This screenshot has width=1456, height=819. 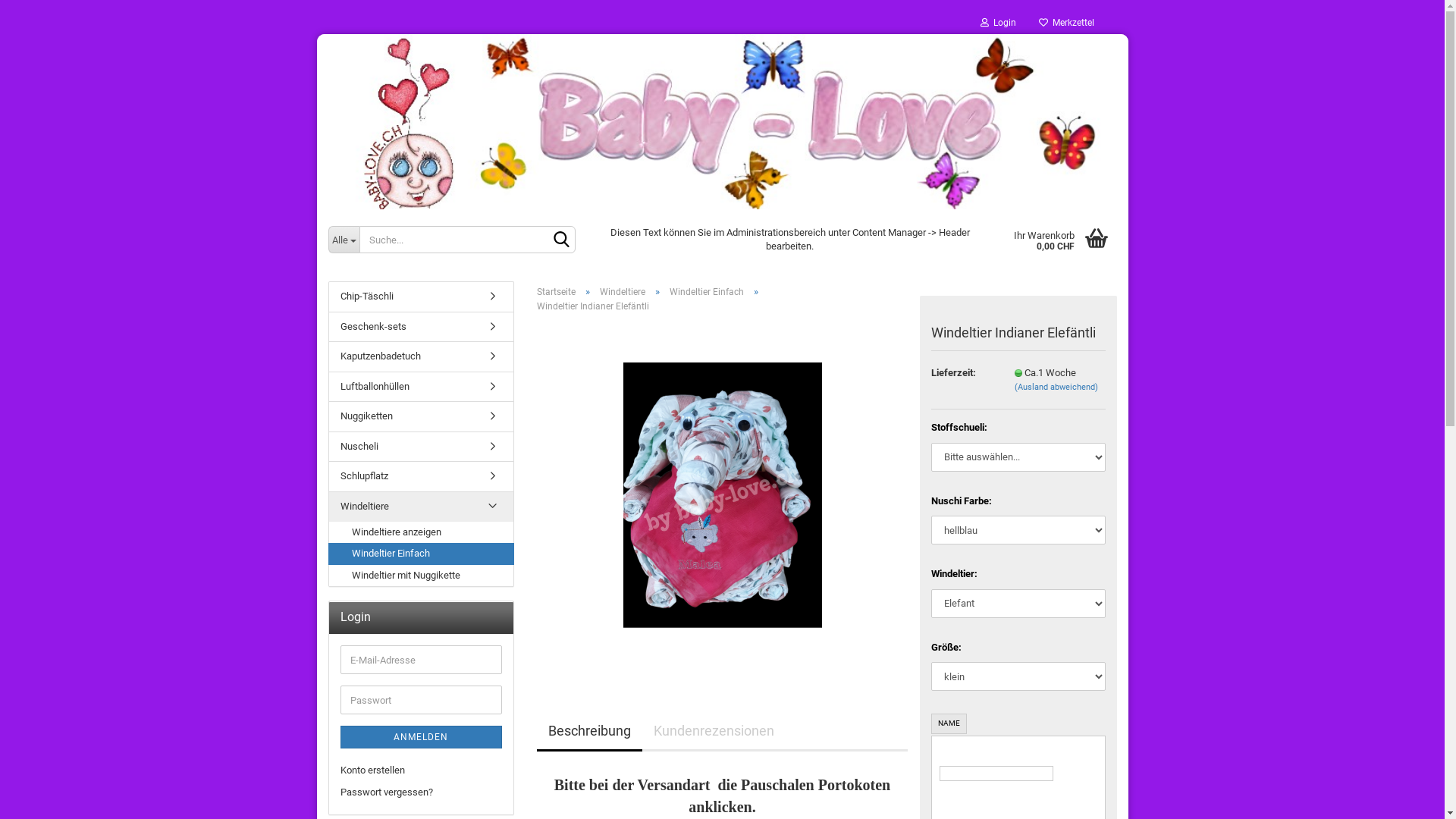 I want to click on 'Ihr Warenkorb, so click(x=1059, y=239).